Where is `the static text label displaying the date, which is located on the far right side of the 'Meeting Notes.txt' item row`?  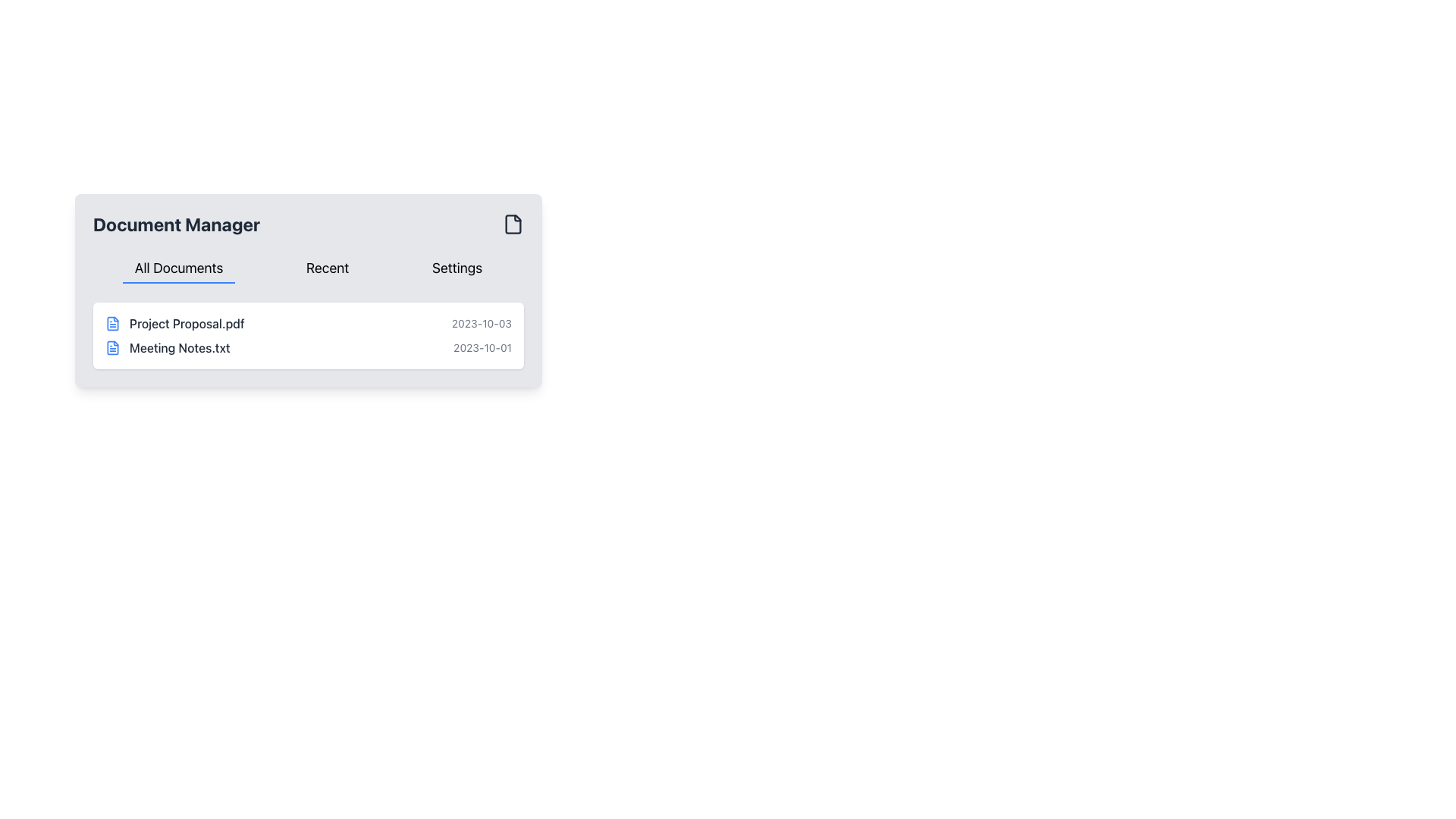 the static text label displaying the date, which is located on the far right side of the 'Meeting Notes.txt' item row is located at coordinates (482, 348).